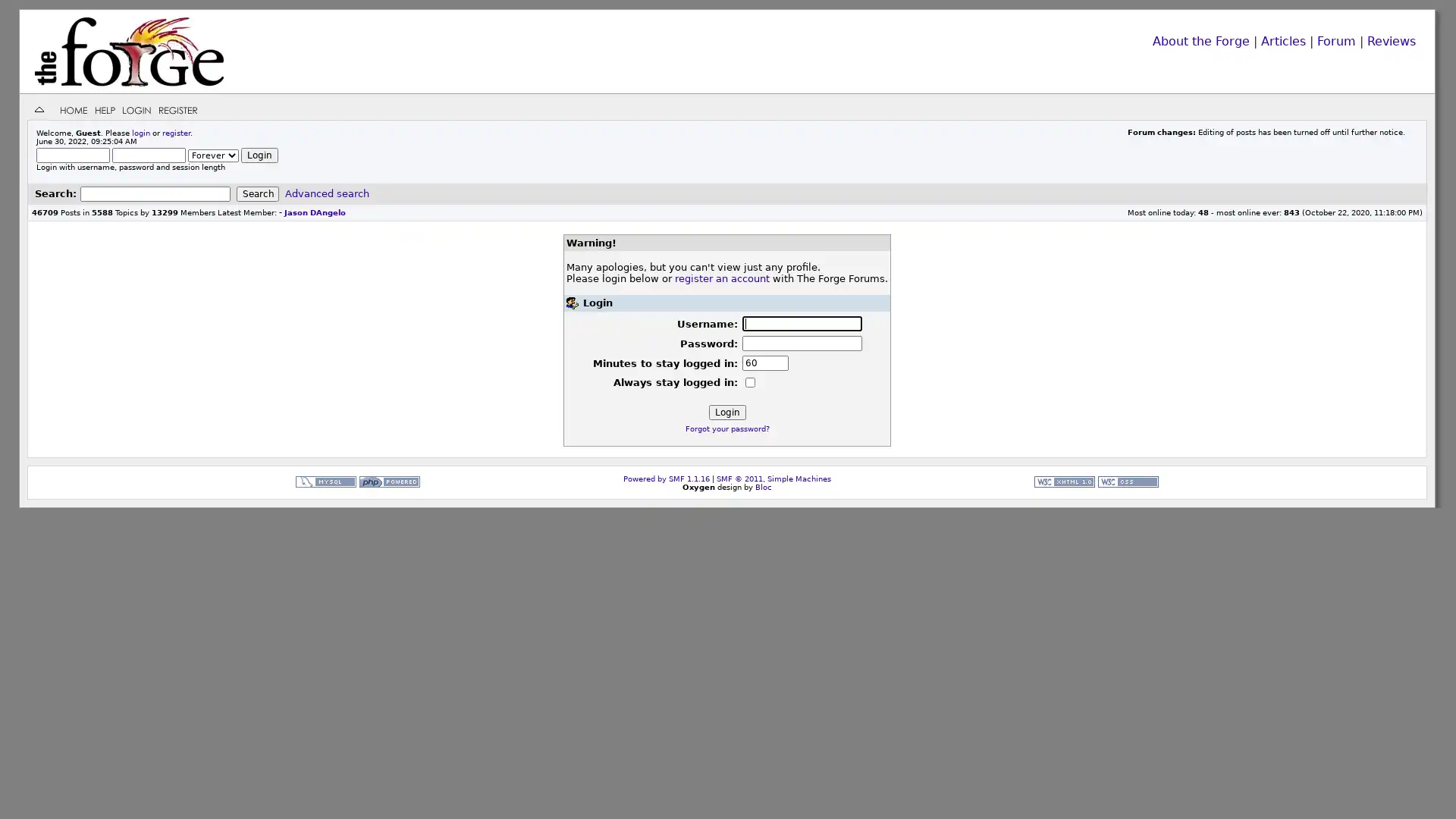 The height and width of the screenshot is (819, 1456). I want to click on Search, so click(258, 193).